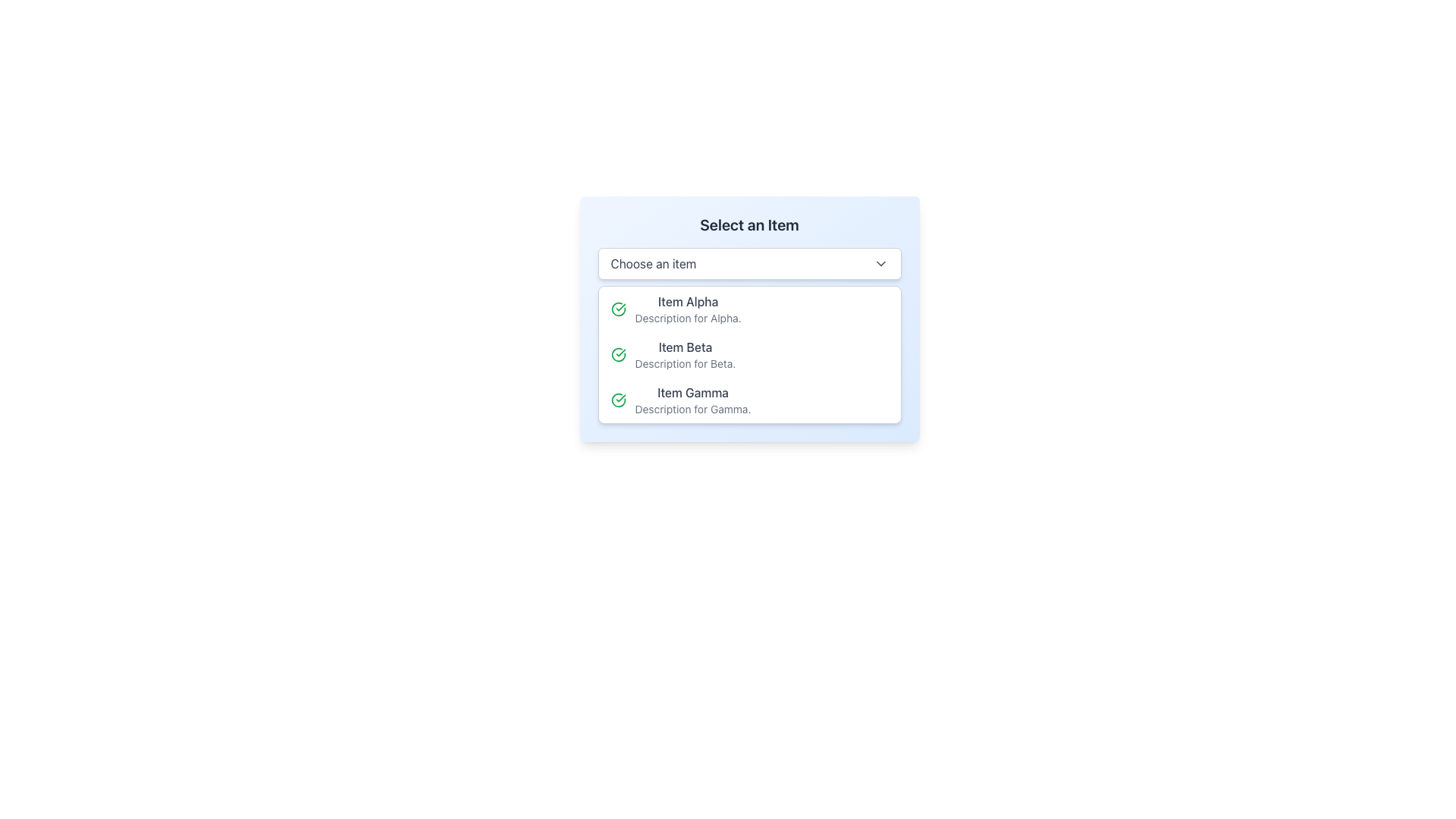 This screenshot has width=1456, height=819. What do you see at coordinates (687, 301) in the screenshot?
I see `the text label that serves as the title for the selectable item, positioned at the top of the first item block in the dropdown` at bounding box center [687, 301].